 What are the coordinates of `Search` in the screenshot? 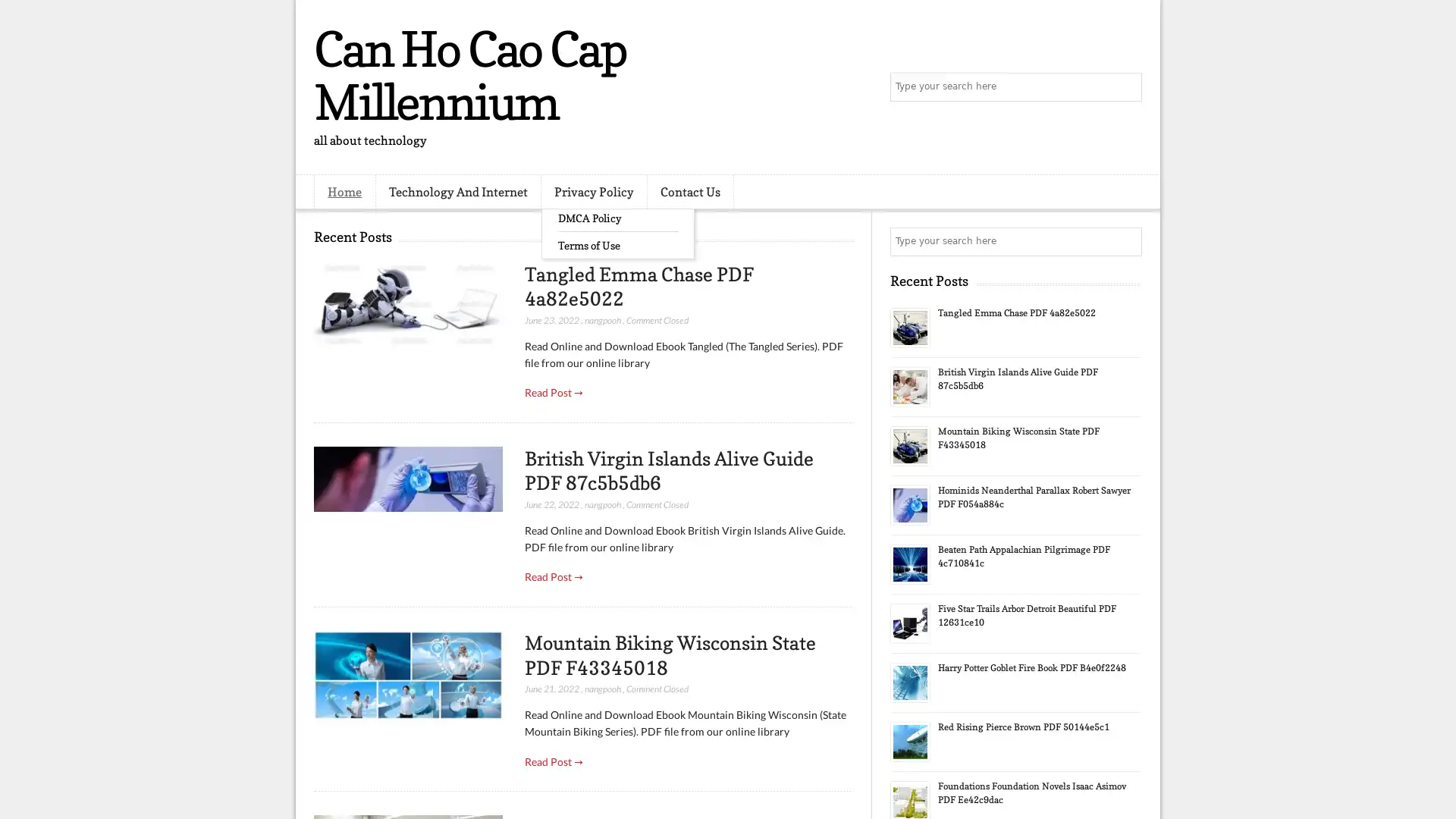 It's located at (1126, 87).